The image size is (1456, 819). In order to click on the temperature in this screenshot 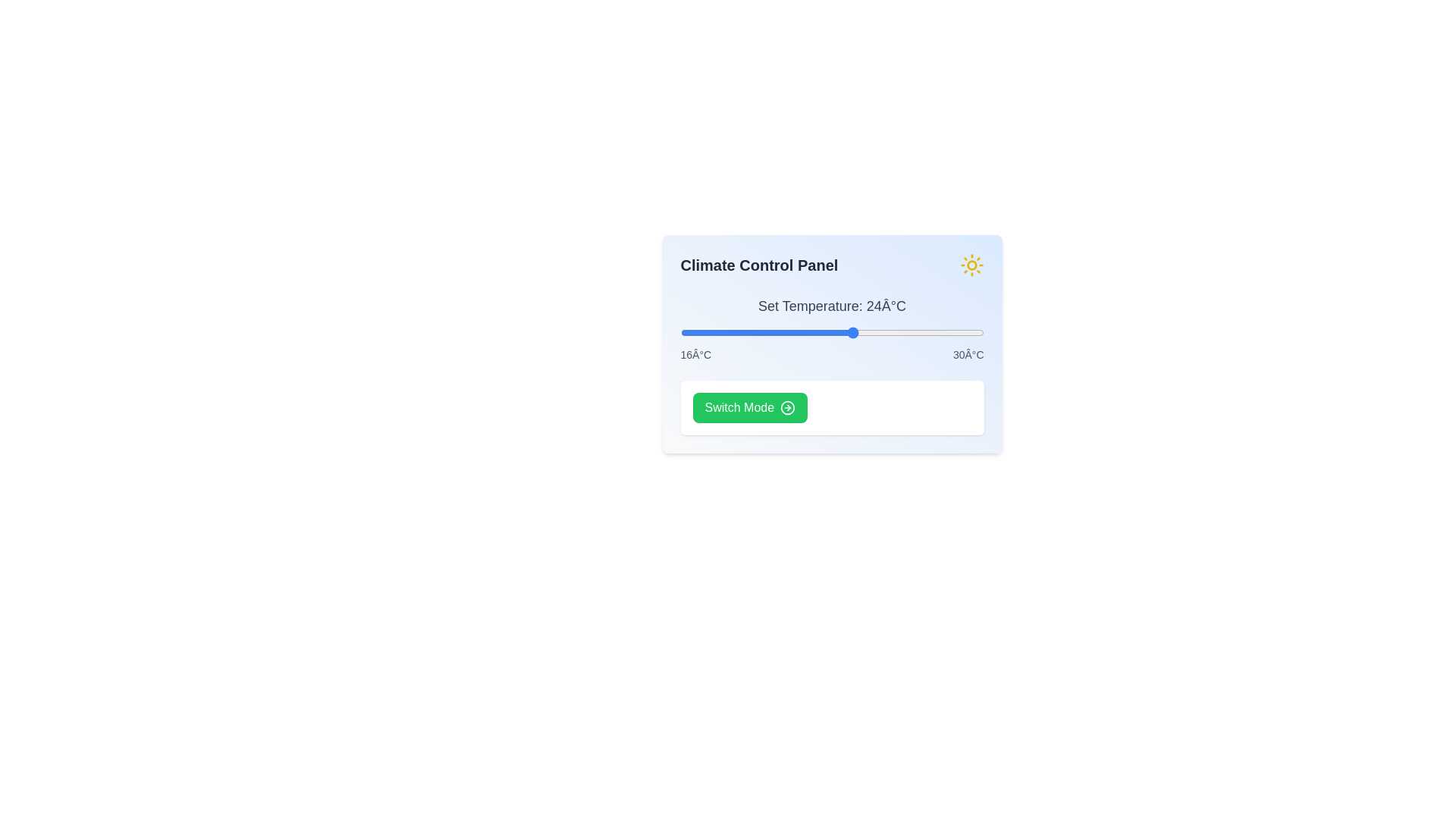, I will do `click(679, 332)`.